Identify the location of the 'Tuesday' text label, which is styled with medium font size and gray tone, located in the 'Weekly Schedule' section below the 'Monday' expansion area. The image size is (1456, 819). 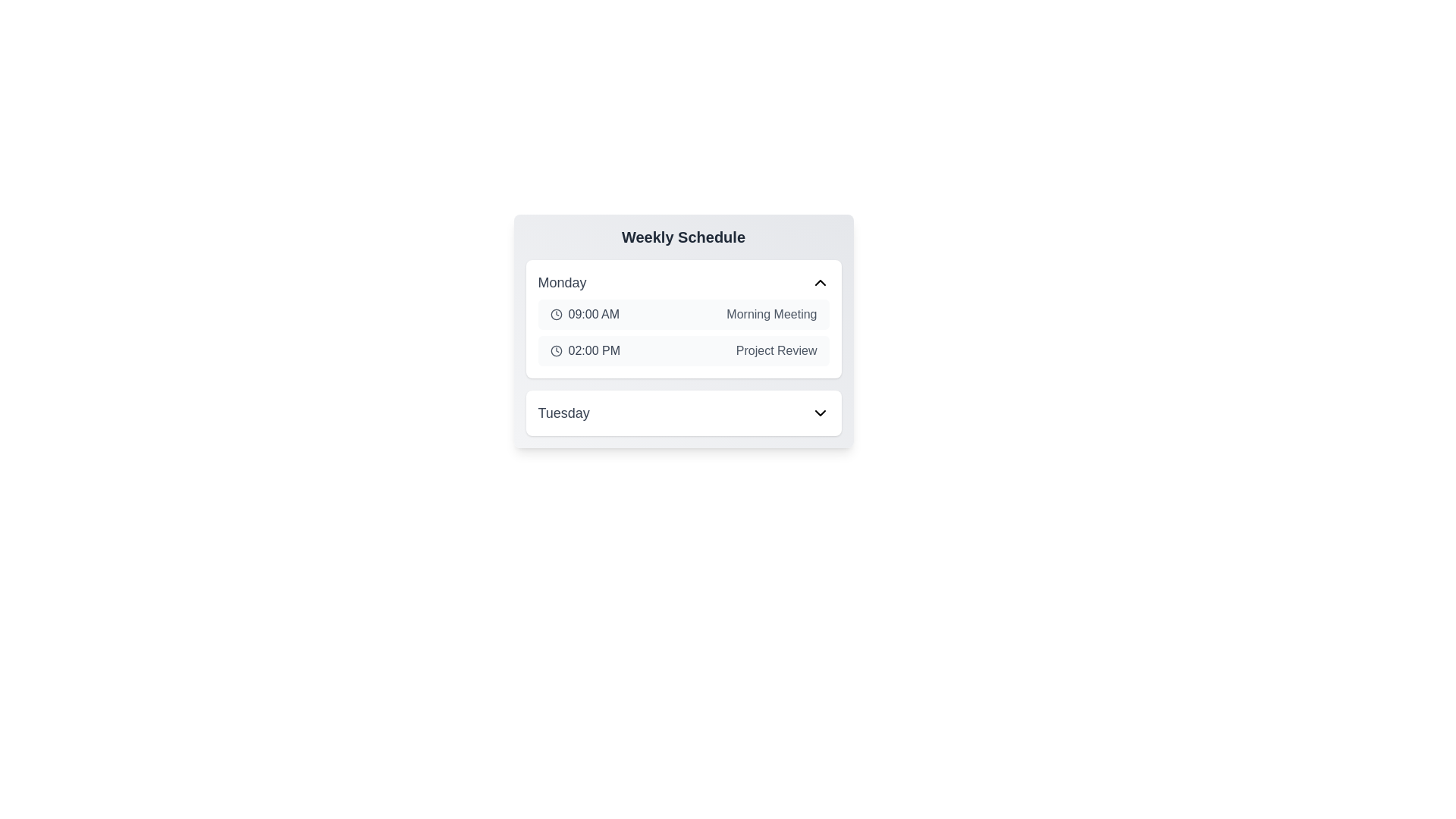
(563, 413).